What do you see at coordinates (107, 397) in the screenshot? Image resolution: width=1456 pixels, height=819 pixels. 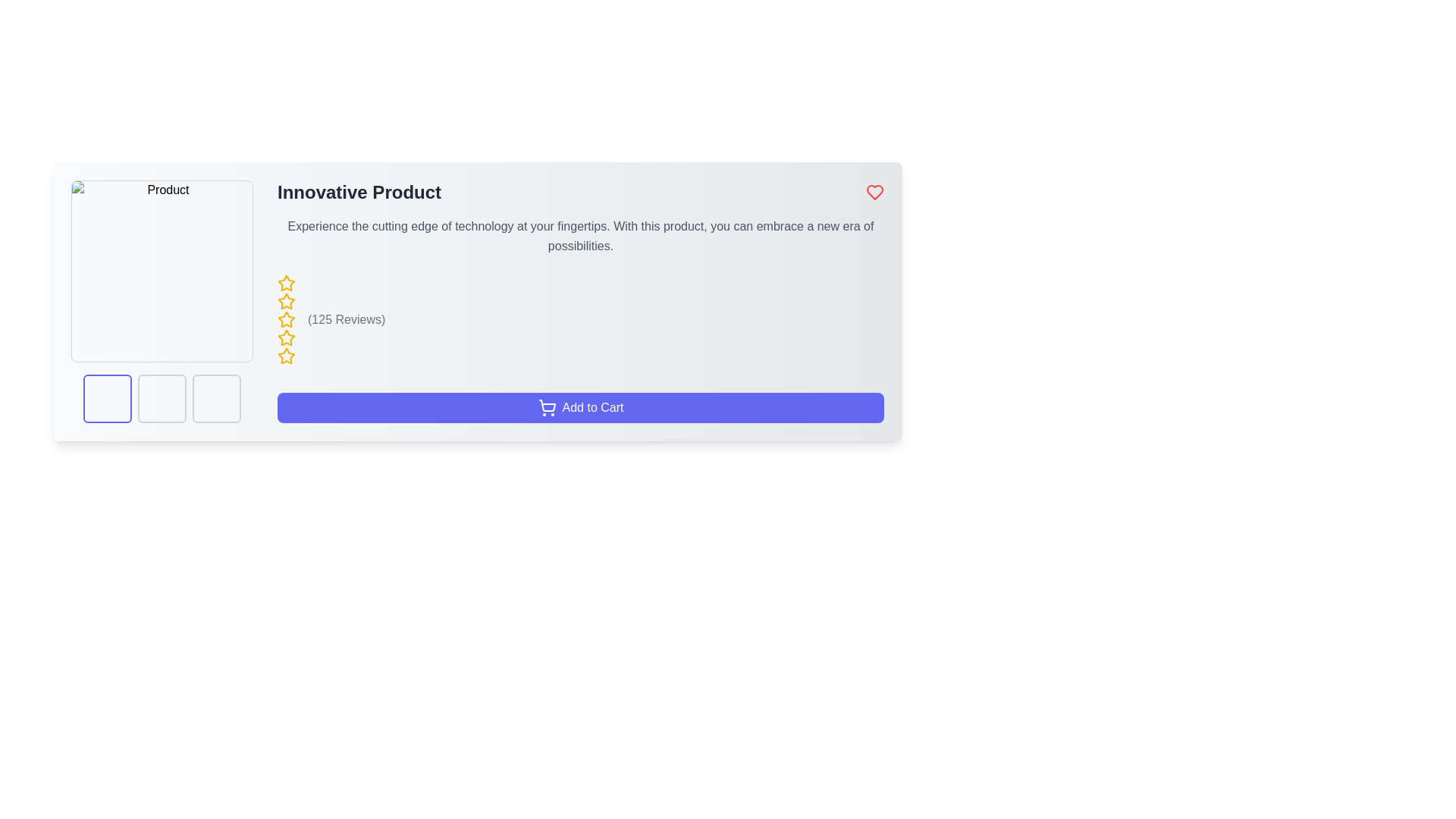 I see `the first square-shaped button with a blue border in the product information section` at bounding box center [107, 397].